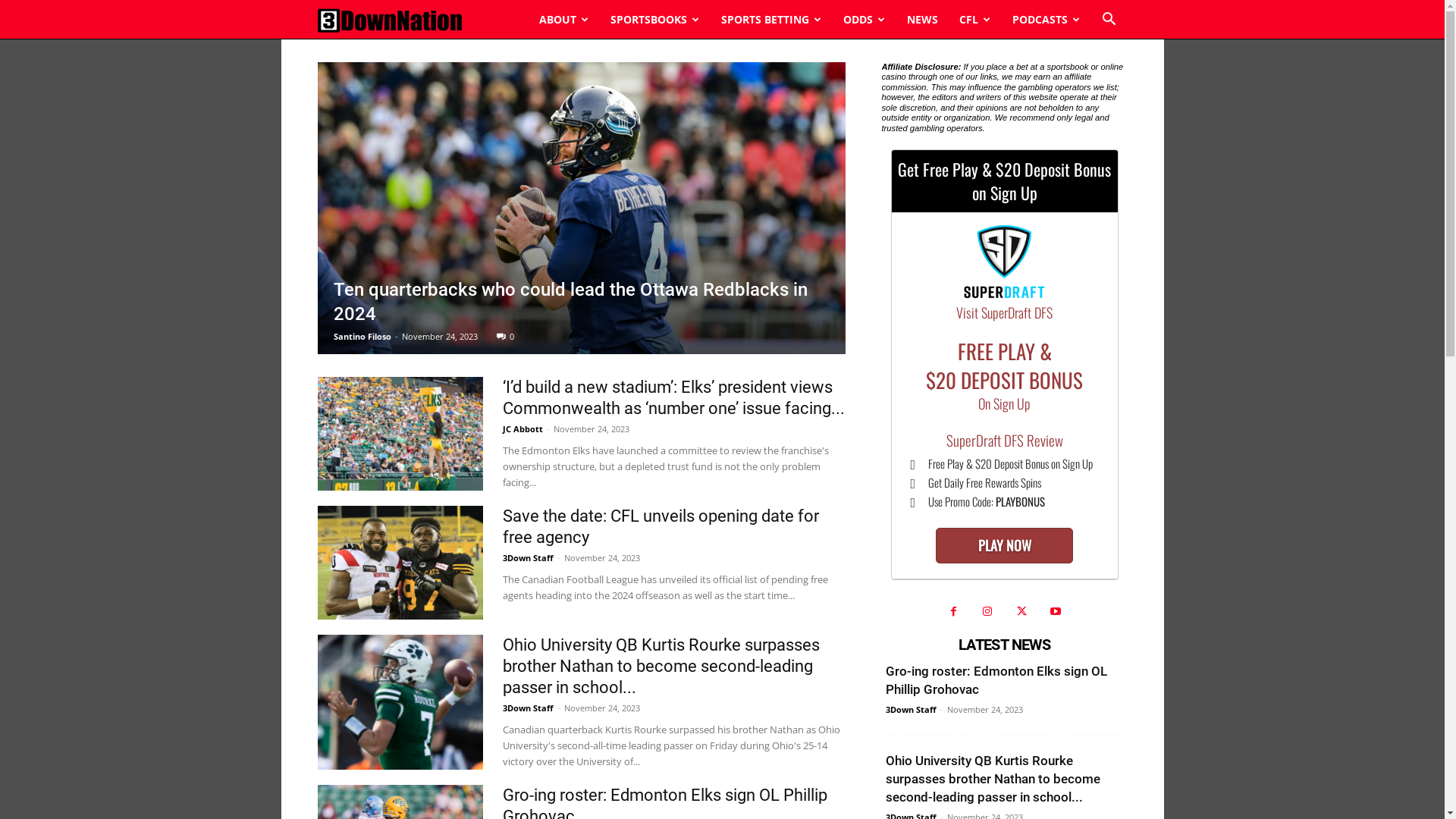 Image resolution: width=1456 pixels, height=819 pixels. Describe the element at coordinates (1004, 265) in the screenshot. I see `'SuperDraft DFS'` at that location.